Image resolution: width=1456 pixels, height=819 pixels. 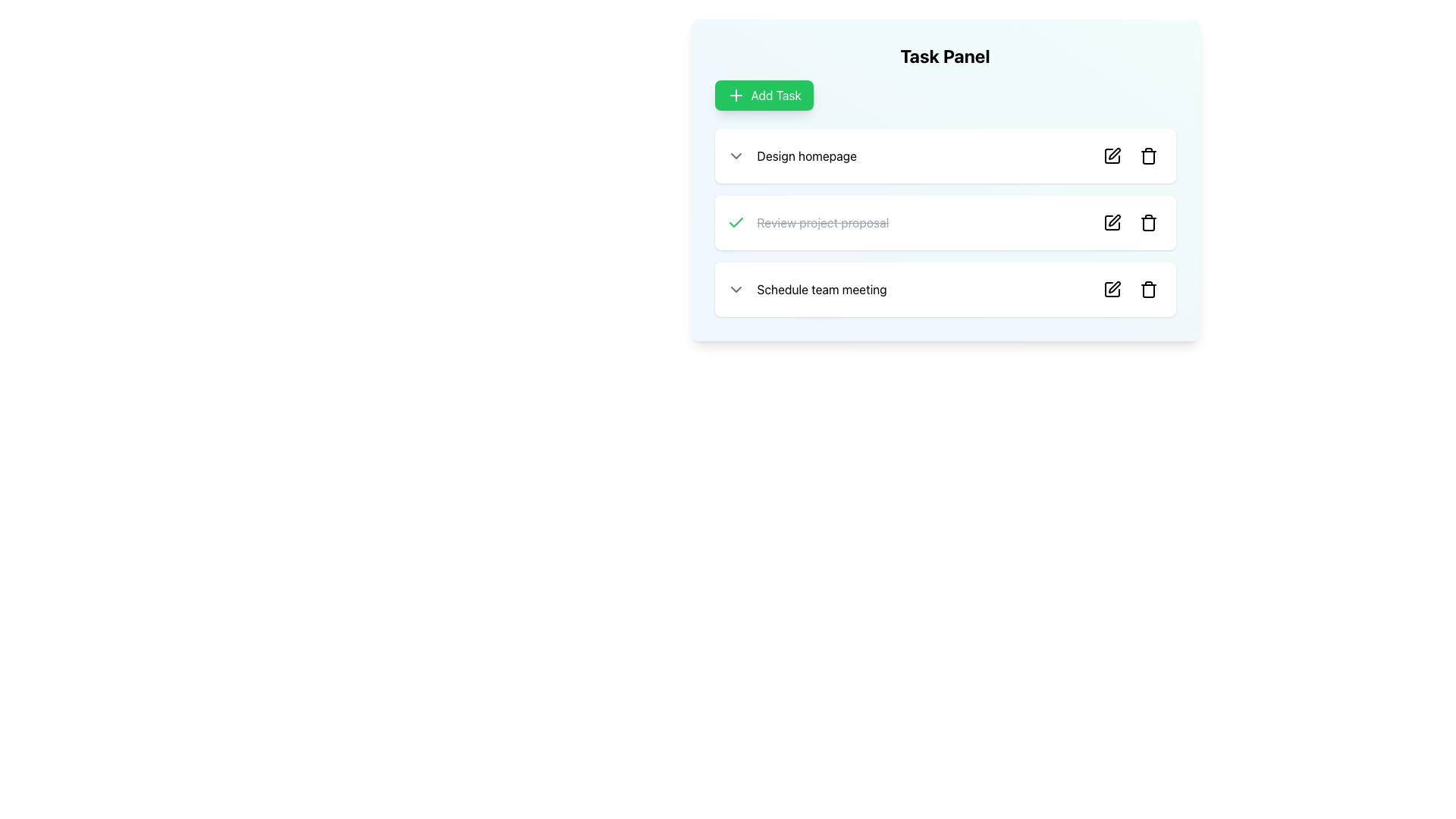 What do you see at coordinates (944, 55) in the screenshot?
I see `the bold 'Task Panel' label, which is prominently displayed in 2xl font size and styled in black, located at the top of a card-like panel` at bounding box center [944, 55].